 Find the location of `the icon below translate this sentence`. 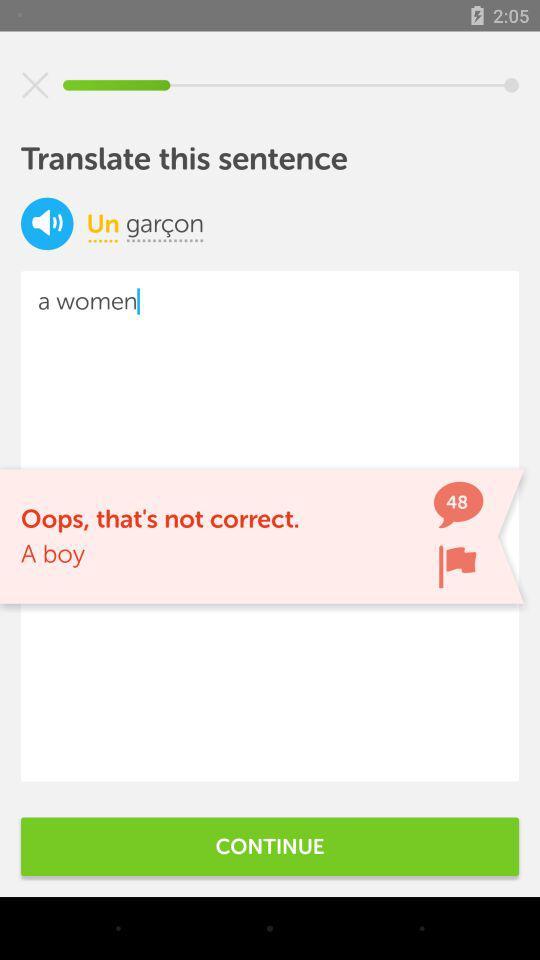

the icon below translate this sentence is located at coordinates (103, 223).